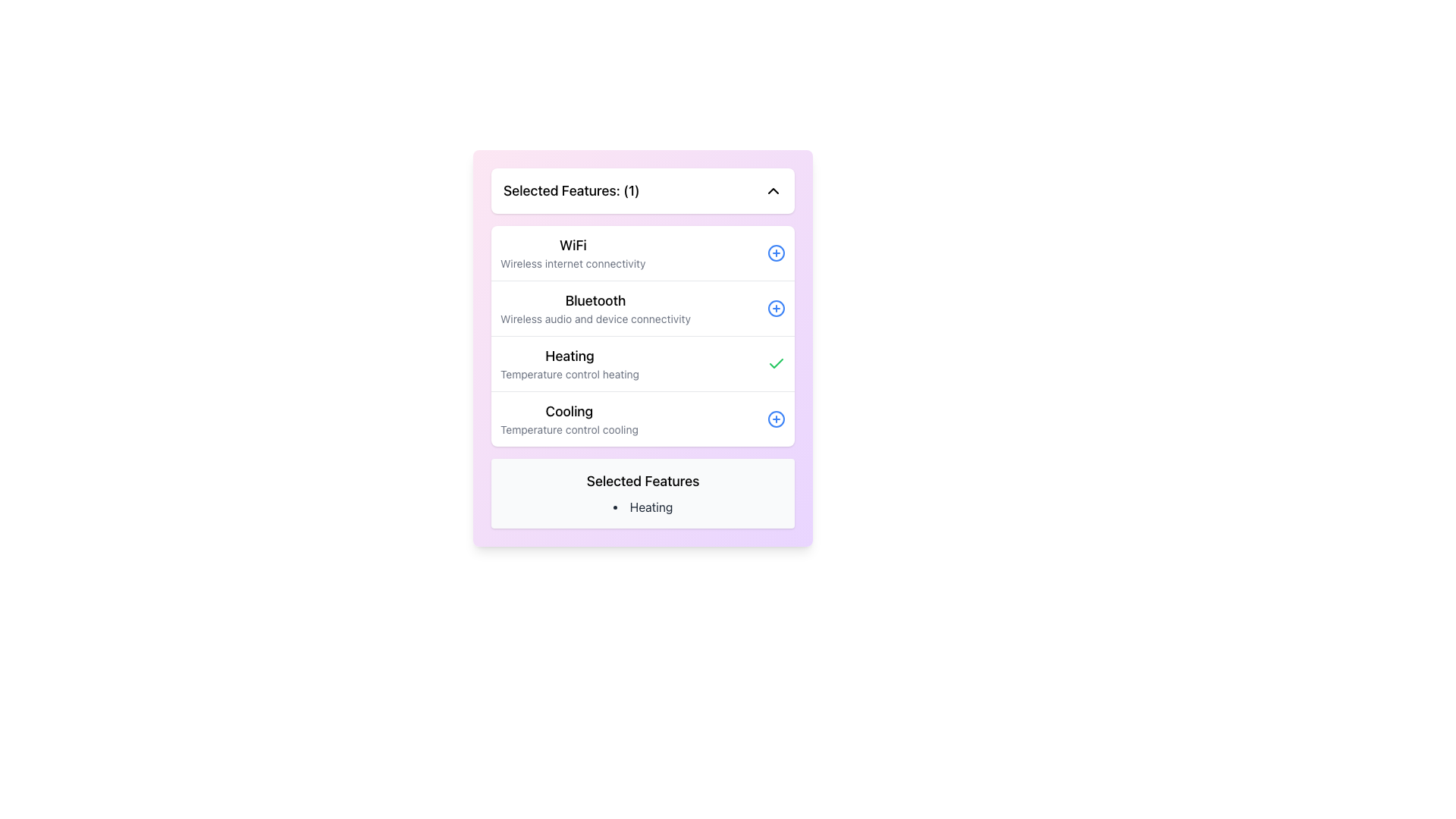 This screenshot has width=1456, height=819. I want to click on the second item in the bulleted list titled 'Selected Features' that enumerates specific selections or features within the interface, so click(643, 507).